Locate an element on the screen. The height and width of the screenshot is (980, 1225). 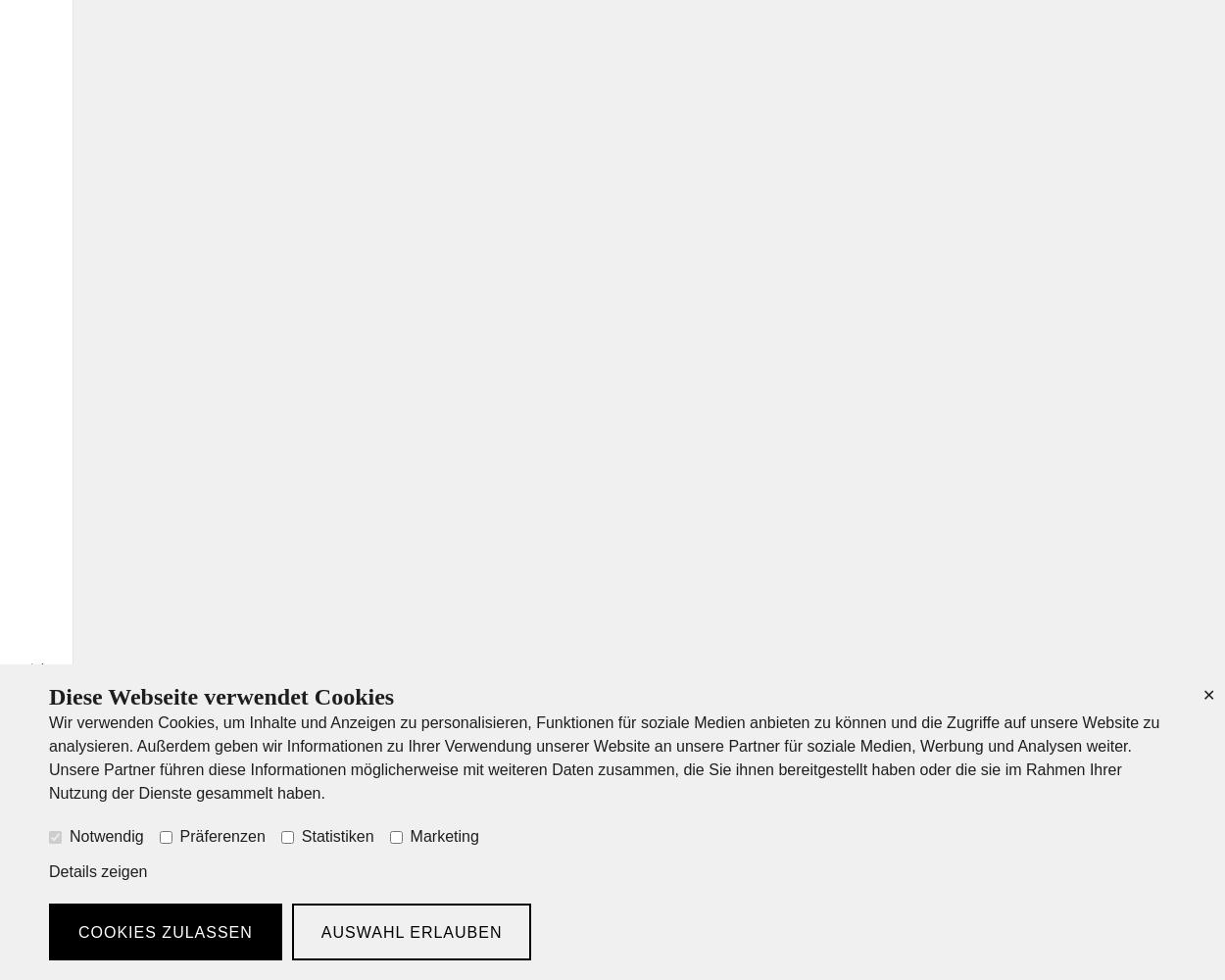
'Notwendig' is located at coordinates (105, 835).